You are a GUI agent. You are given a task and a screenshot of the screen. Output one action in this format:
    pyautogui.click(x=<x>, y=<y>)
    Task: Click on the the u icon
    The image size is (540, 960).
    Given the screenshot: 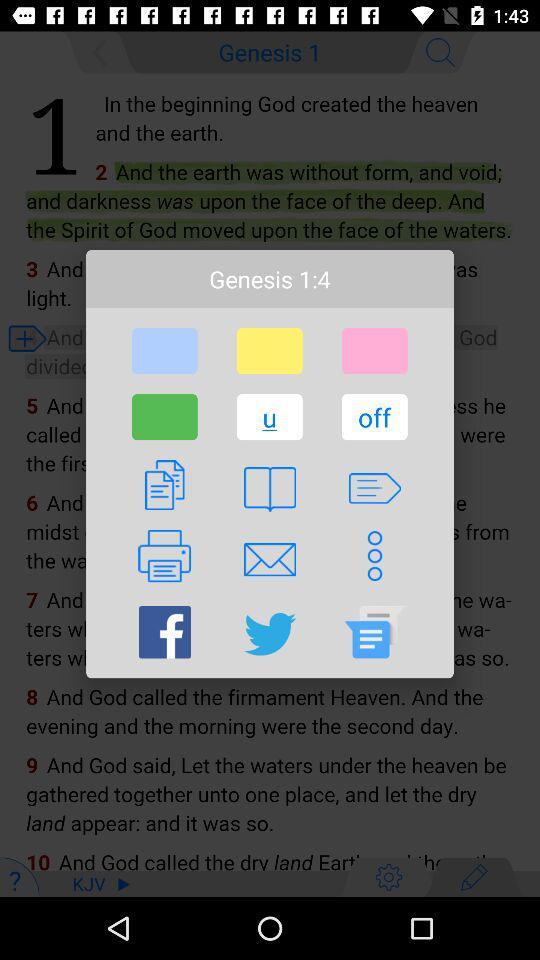 What is the action you would take?
    pyautogui.click(x=269, y=416)
    